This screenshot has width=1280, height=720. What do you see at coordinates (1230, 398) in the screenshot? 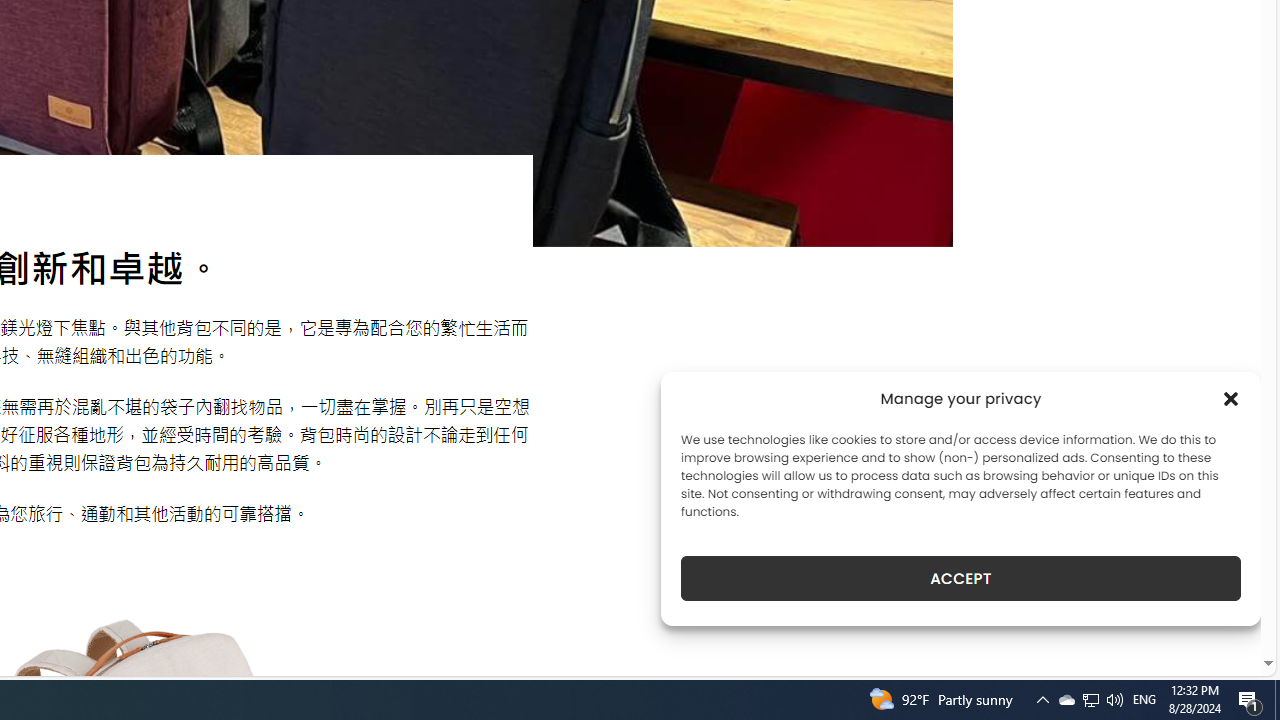
I see `'Class: cmplz-close'` at bounding box center [1230, 398].